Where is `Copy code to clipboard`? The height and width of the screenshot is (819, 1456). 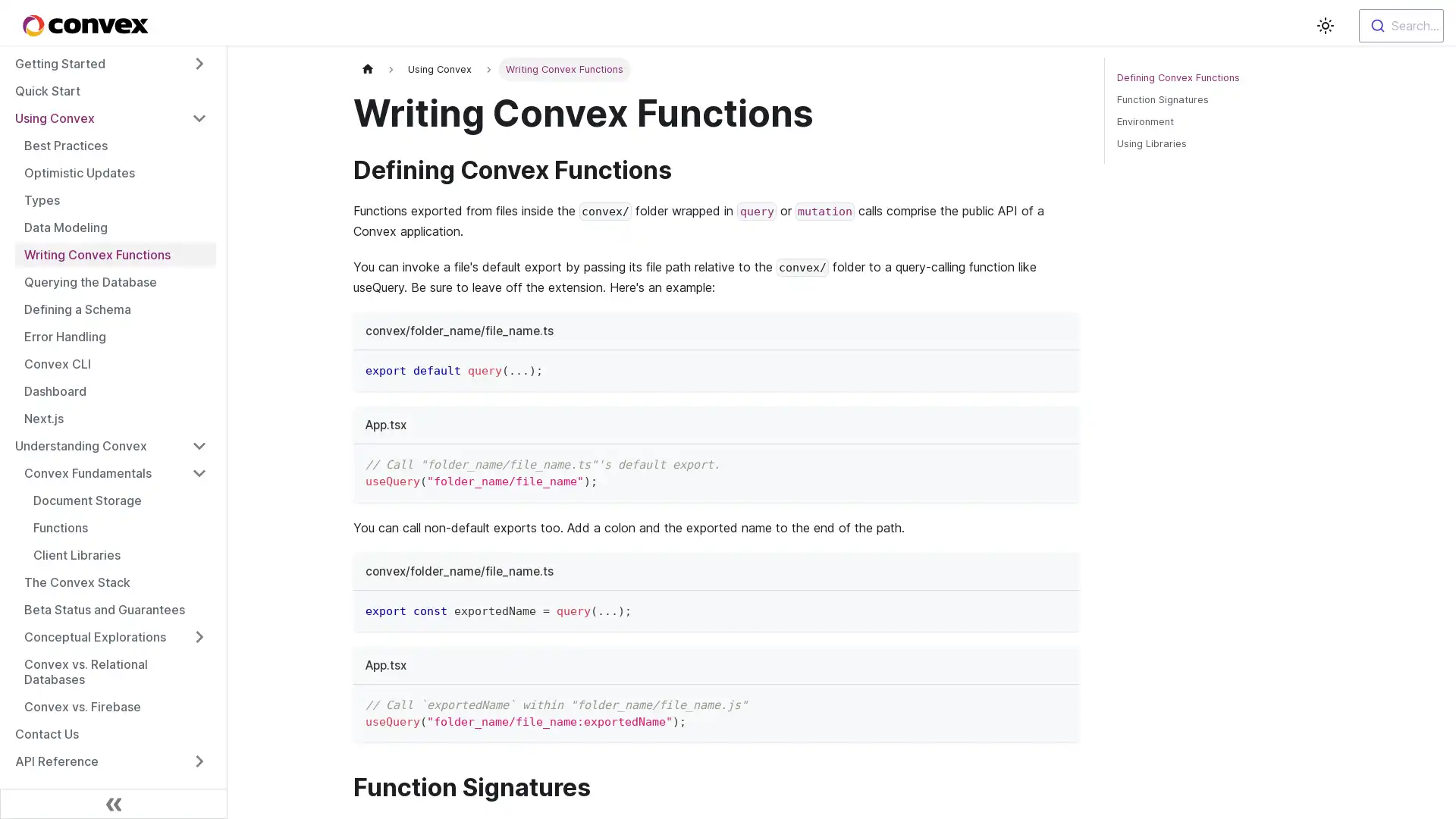
Copy code to clipboard is located at coordinates (1060, 702).